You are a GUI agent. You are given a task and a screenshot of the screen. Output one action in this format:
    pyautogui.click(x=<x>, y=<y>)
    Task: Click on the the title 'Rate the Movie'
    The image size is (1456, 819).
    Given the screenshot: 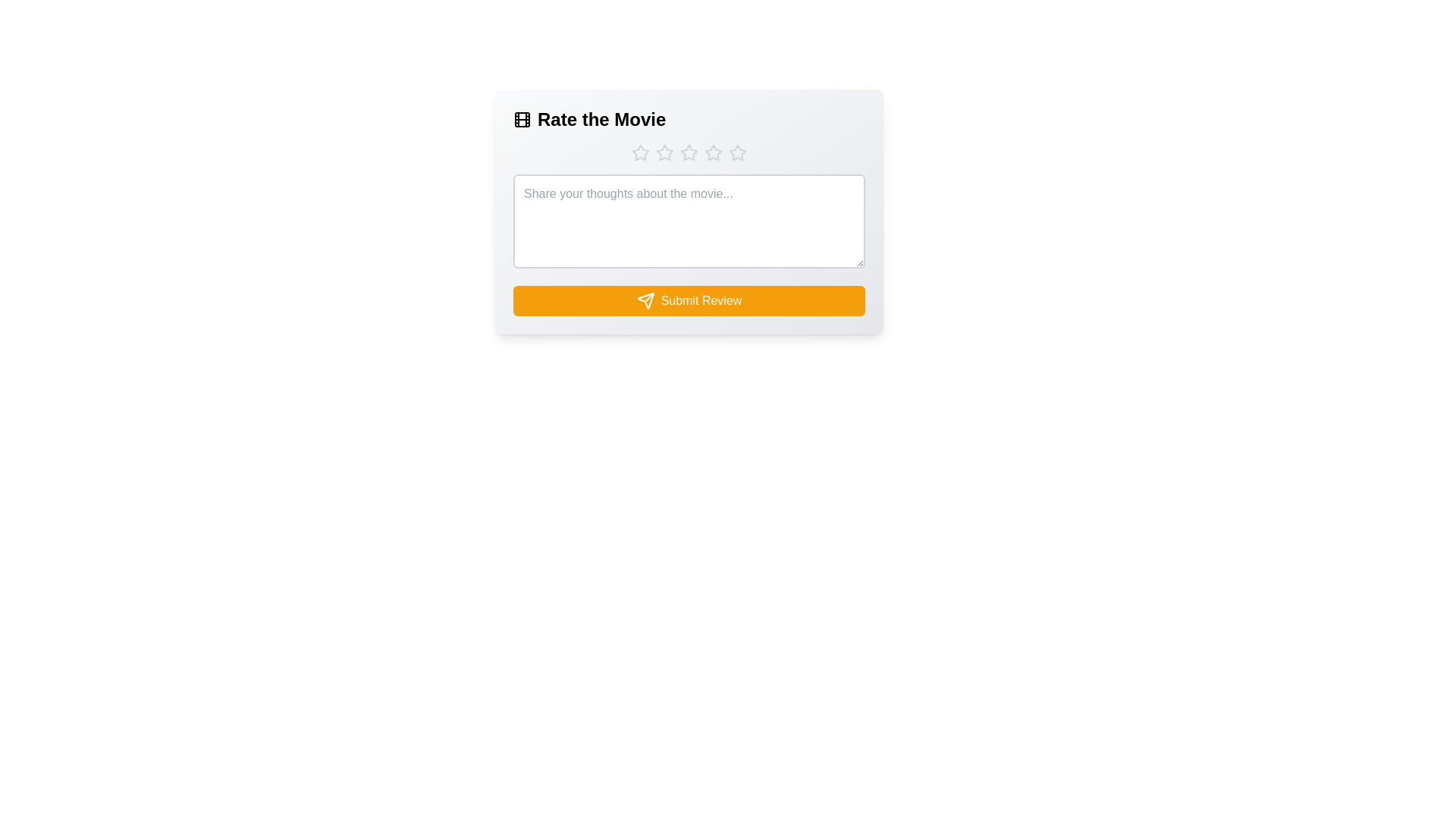 What is the action you would take?
    pyautogui.click(x=688, y=119)
    